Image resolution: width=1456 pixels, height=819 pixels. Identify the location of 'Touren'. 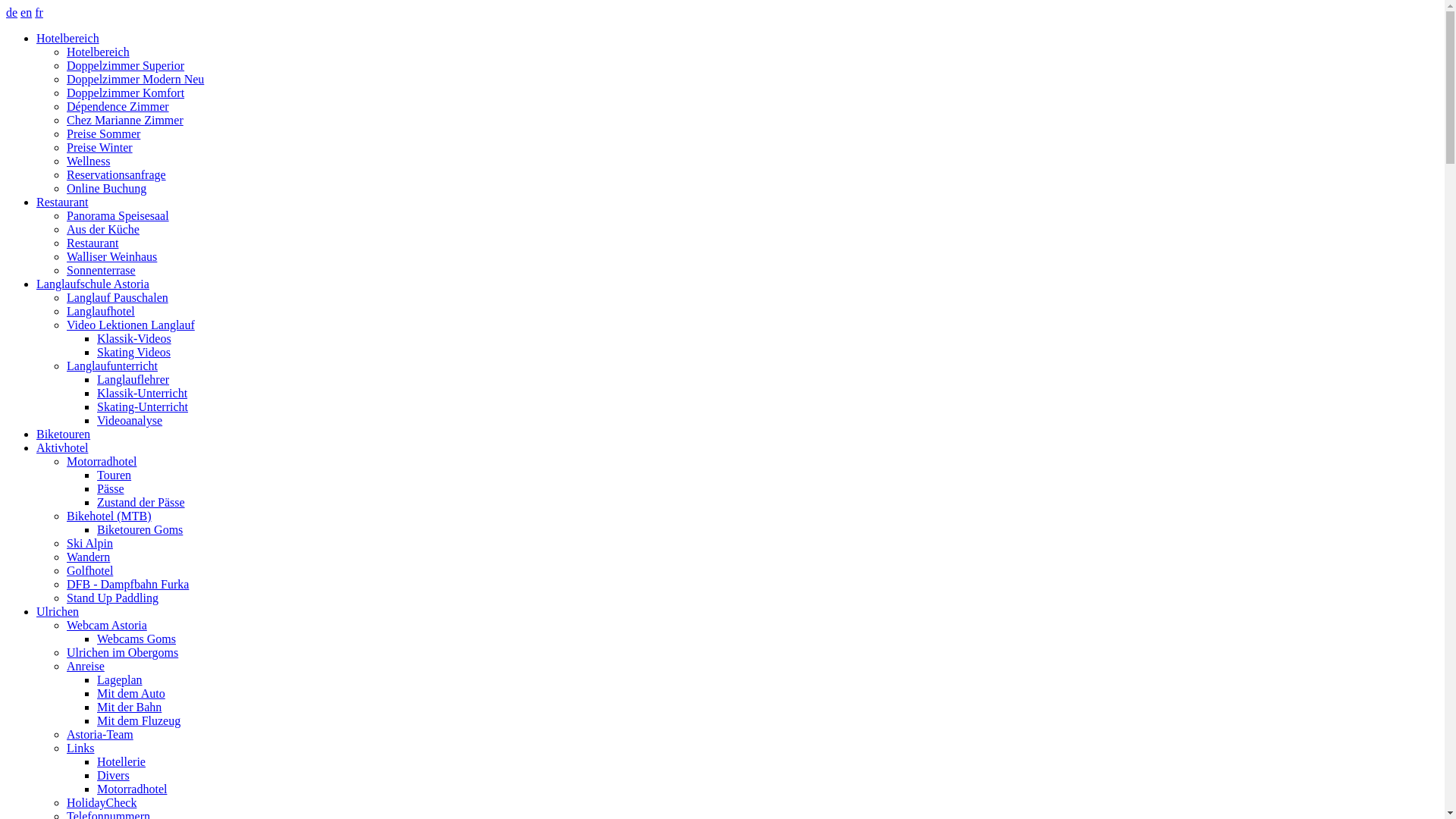
(96, 474).